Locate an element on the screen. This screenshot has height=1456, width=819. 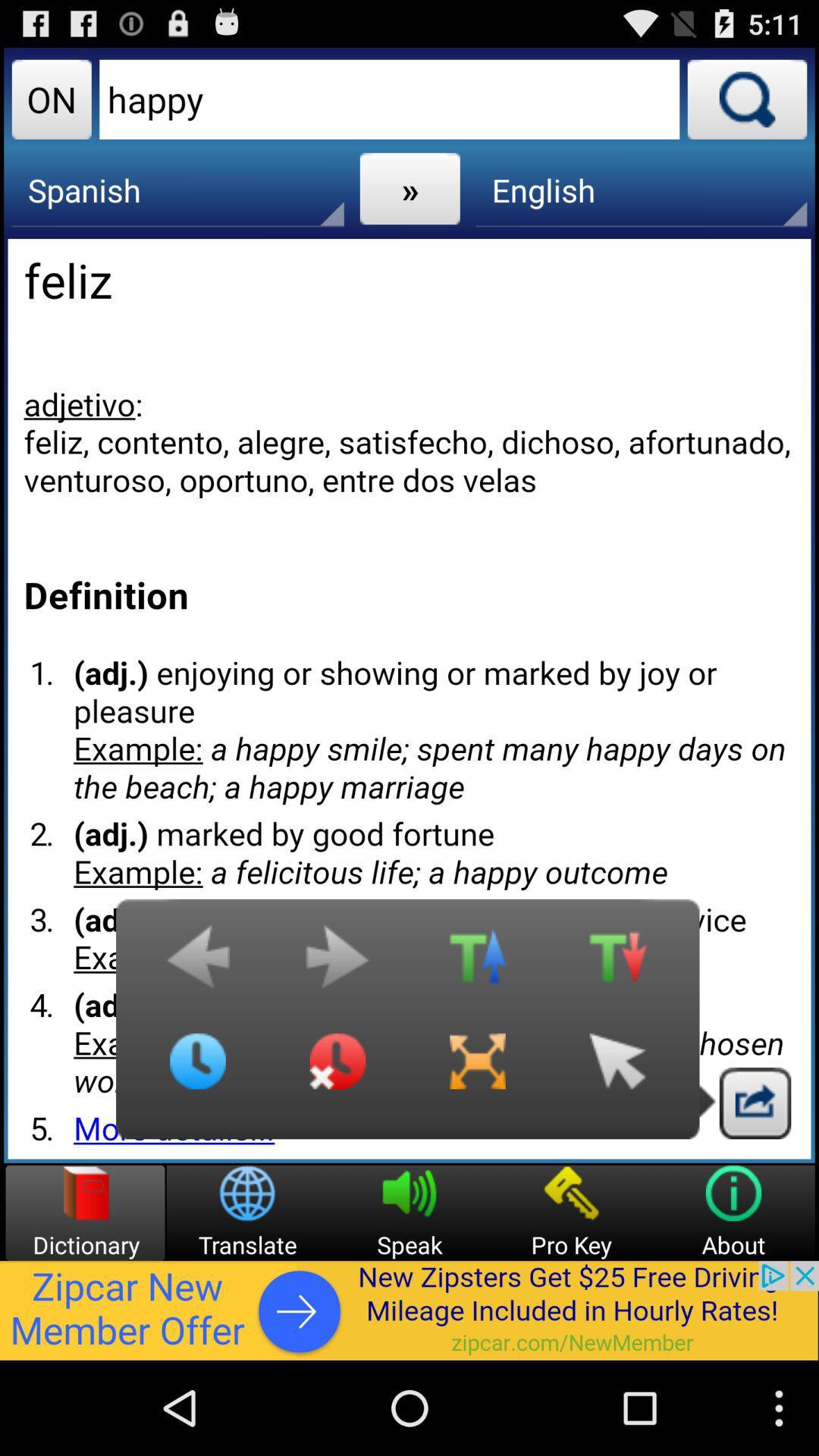
exit button is located at coordinates (755, 1103).